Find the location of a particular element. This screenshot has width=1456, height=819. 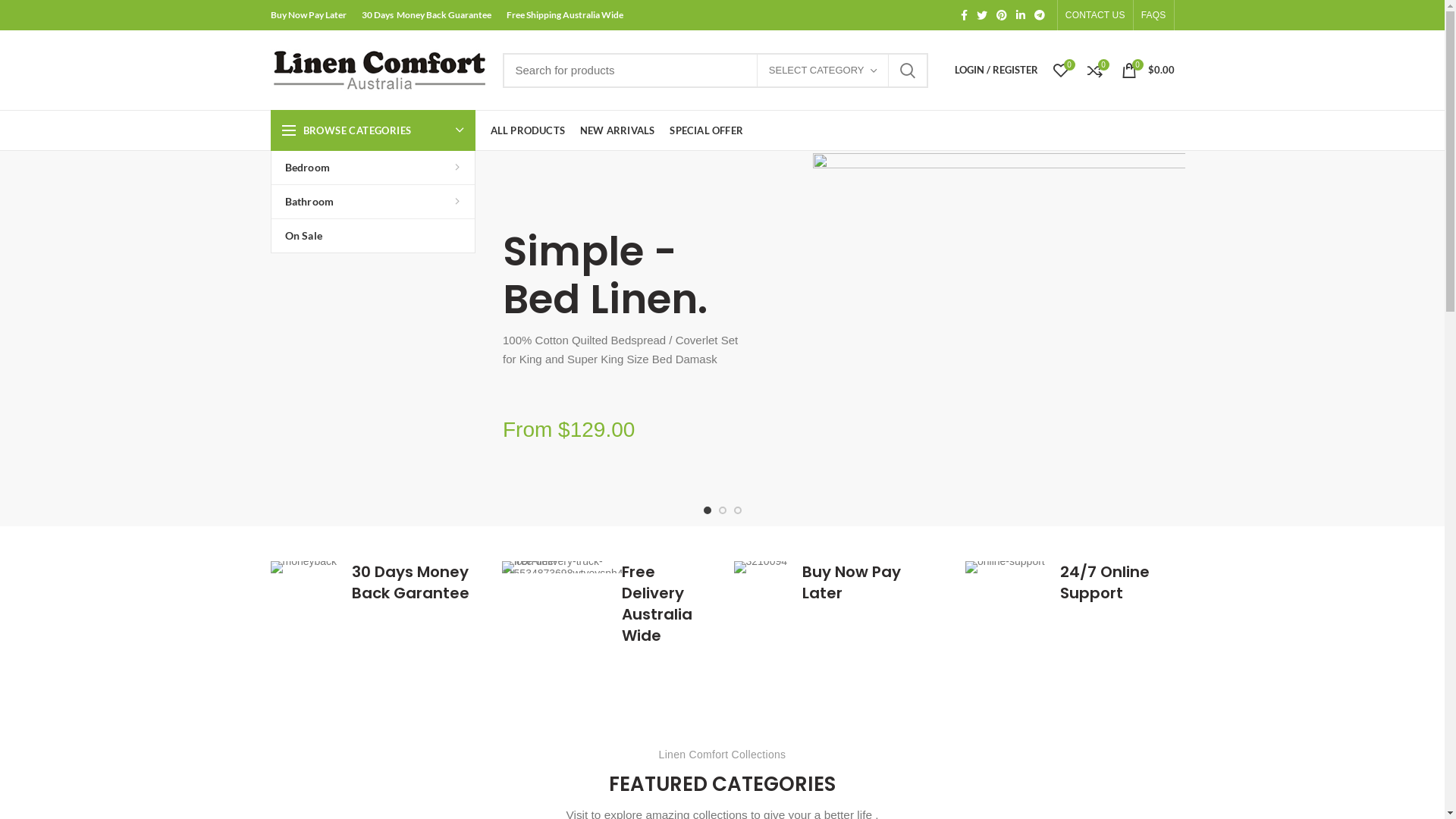

'SPECIAL OFFER' is located at coordinates (705, 130).